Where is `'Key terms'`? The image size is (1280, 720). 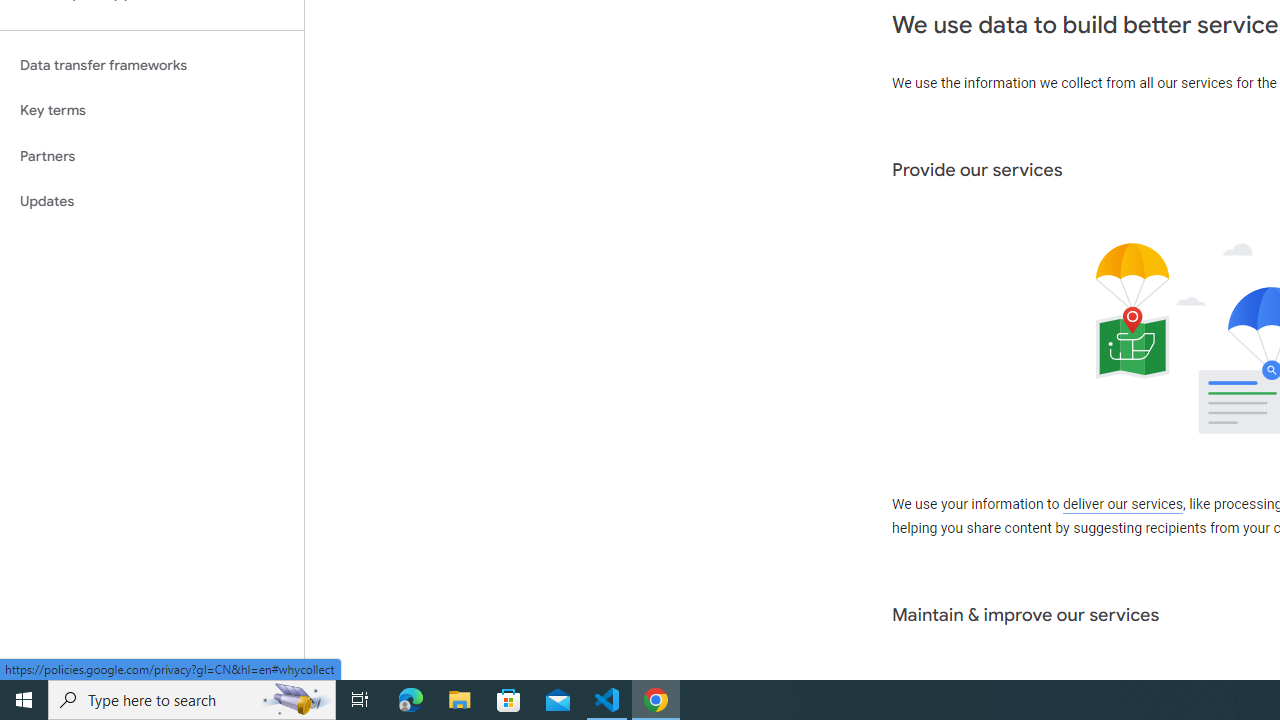 'Key terms' is located at coordinates (151, 110).